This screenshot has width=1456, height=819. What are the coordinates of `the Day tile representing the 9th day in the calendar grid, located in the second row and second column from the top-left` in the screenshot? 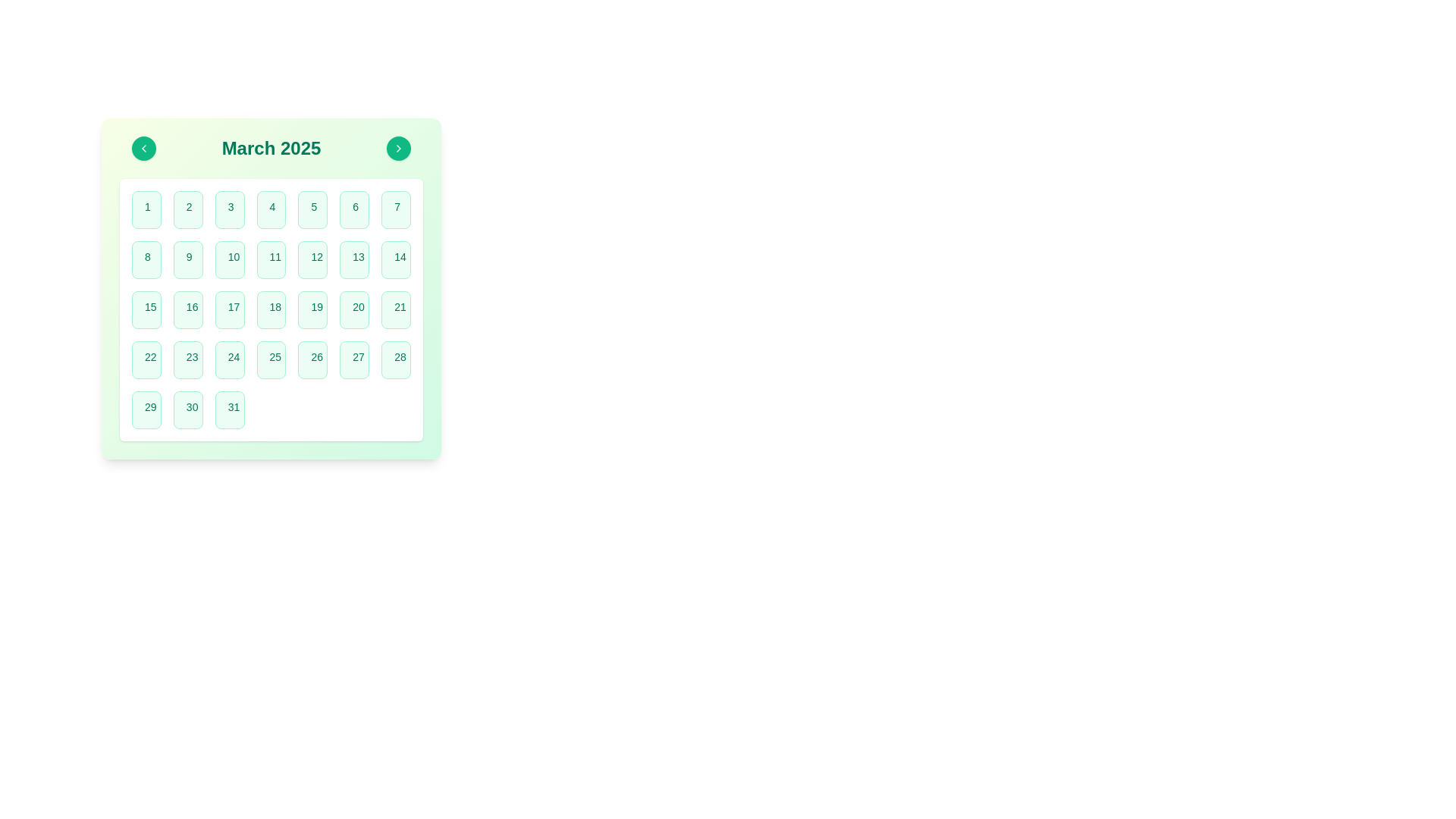 It's located at (187, 259).